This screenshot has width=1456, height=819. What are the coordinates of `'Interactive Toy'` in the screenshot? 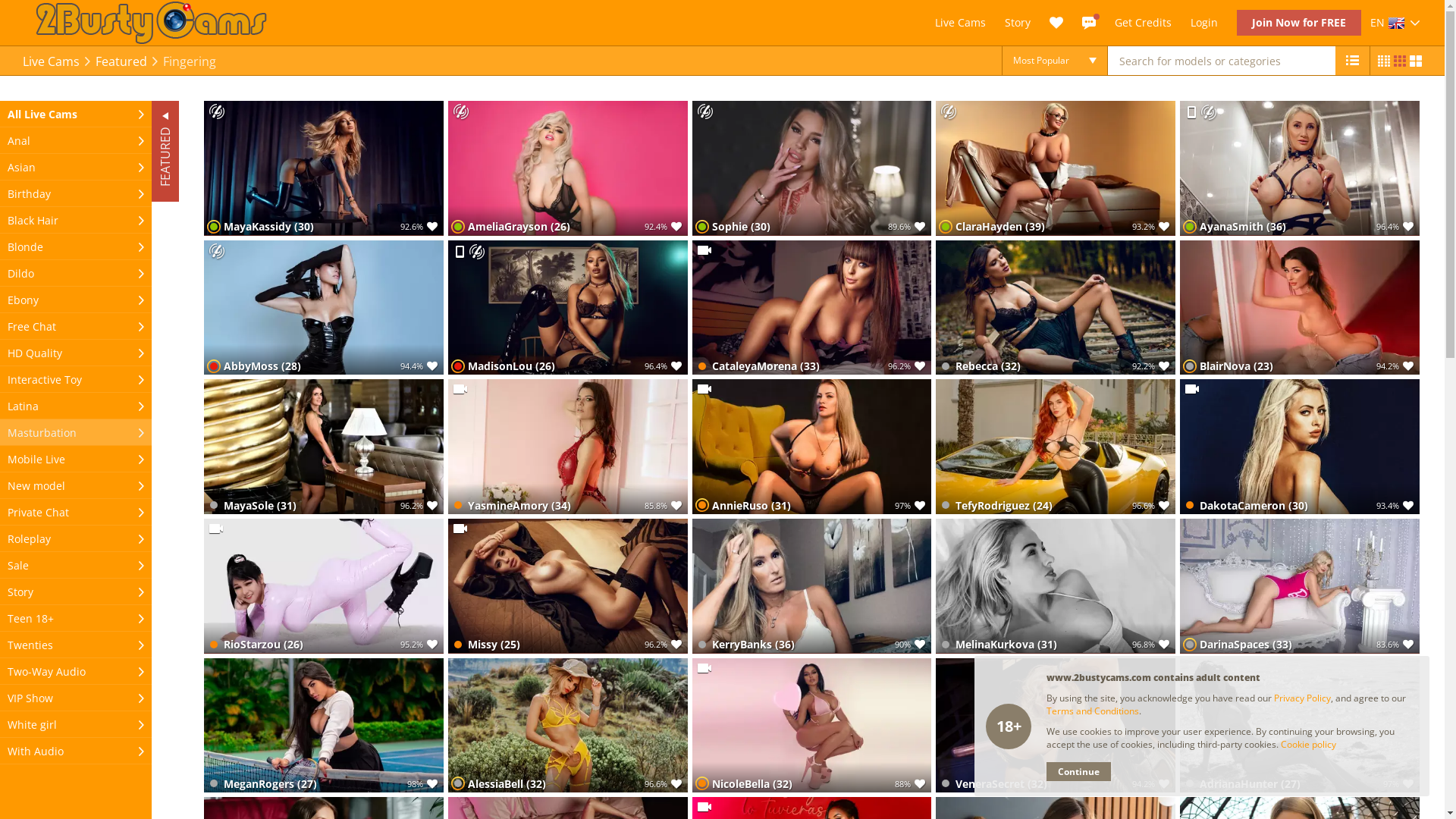 It's located at (75, 378).